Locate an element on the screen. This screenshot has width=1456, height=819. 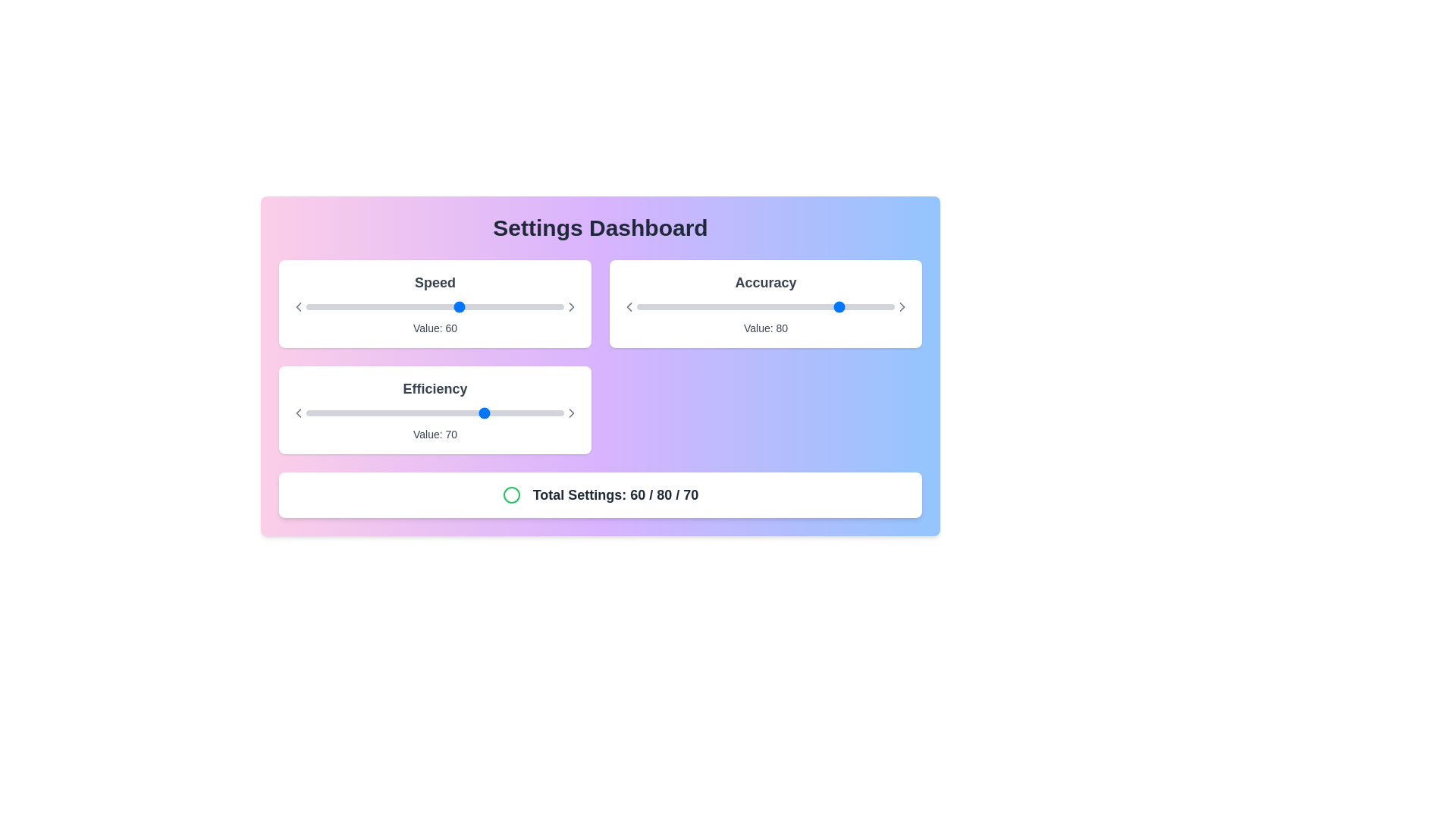
efficiency is located at coordinates (414, 413).